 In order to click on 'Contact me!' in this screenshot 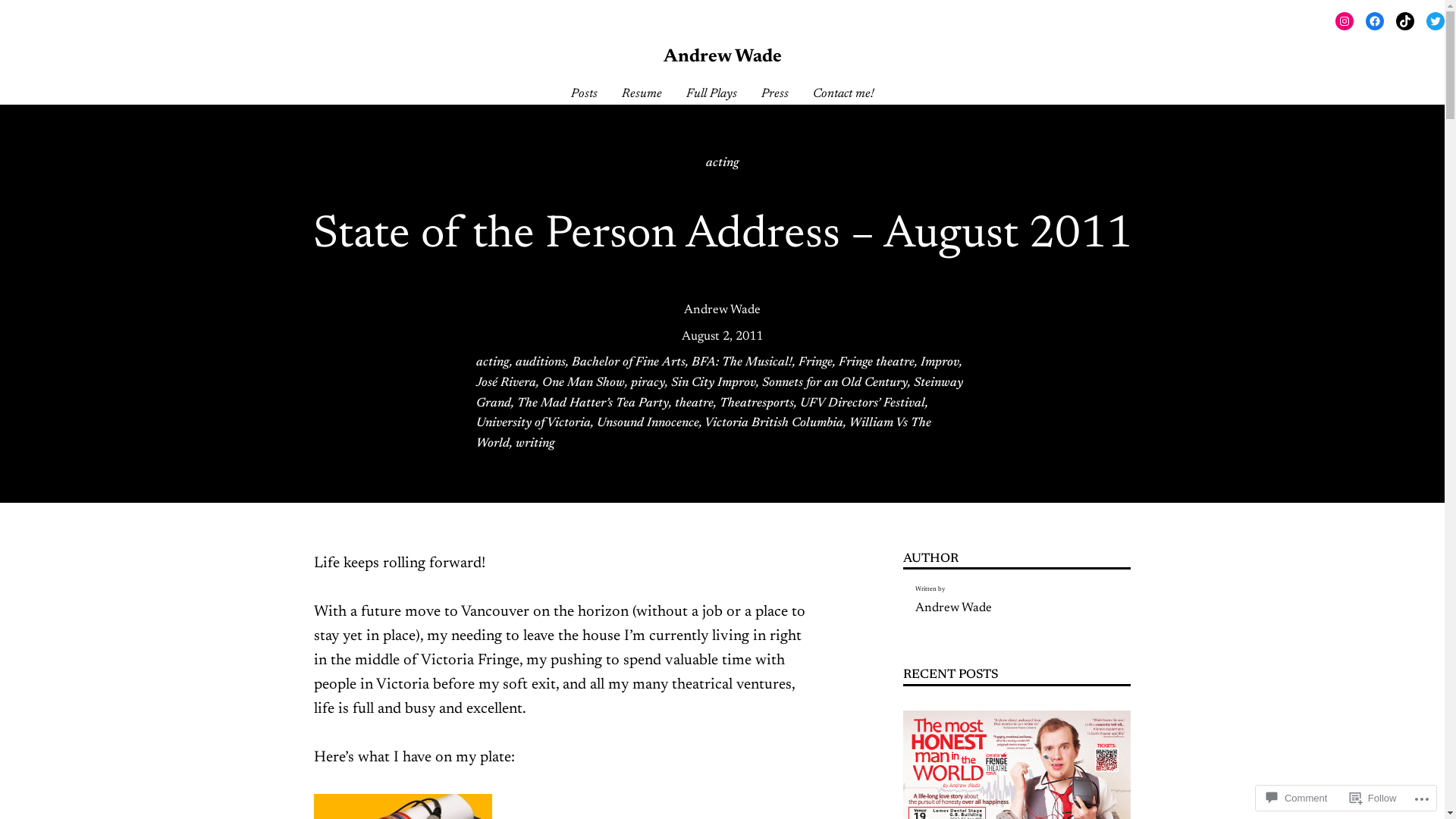, I will do `click(843, 94)`.